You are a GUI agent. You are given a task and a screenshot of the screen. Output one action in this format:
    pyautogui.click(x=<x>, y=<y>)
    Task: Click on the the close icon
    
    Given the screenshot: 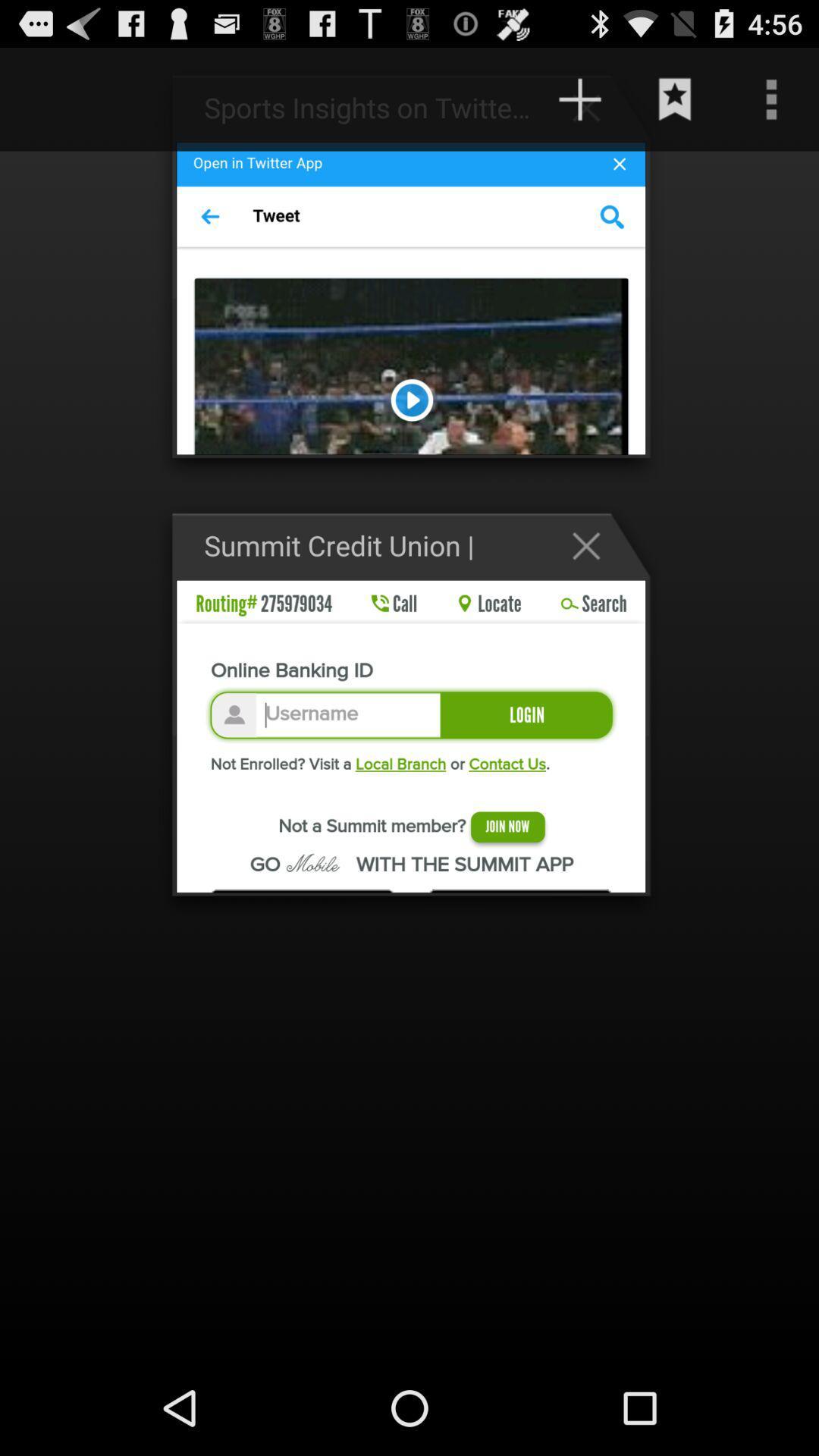 What is the action you would take?
    pyautogui.click(x=593, y=582)
    